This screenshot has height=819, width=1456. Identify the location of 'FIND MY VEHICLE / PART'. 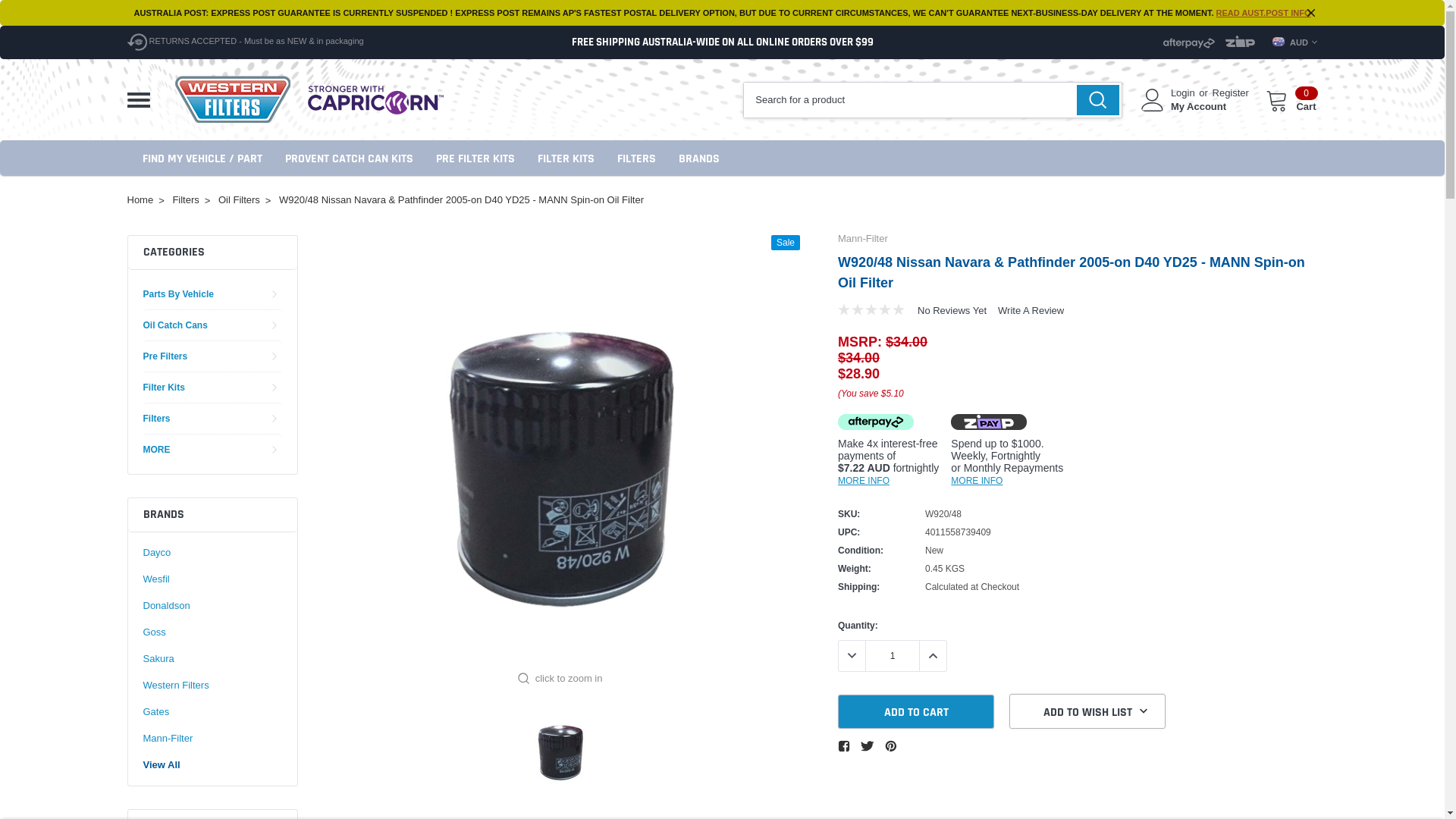
(202, 158).